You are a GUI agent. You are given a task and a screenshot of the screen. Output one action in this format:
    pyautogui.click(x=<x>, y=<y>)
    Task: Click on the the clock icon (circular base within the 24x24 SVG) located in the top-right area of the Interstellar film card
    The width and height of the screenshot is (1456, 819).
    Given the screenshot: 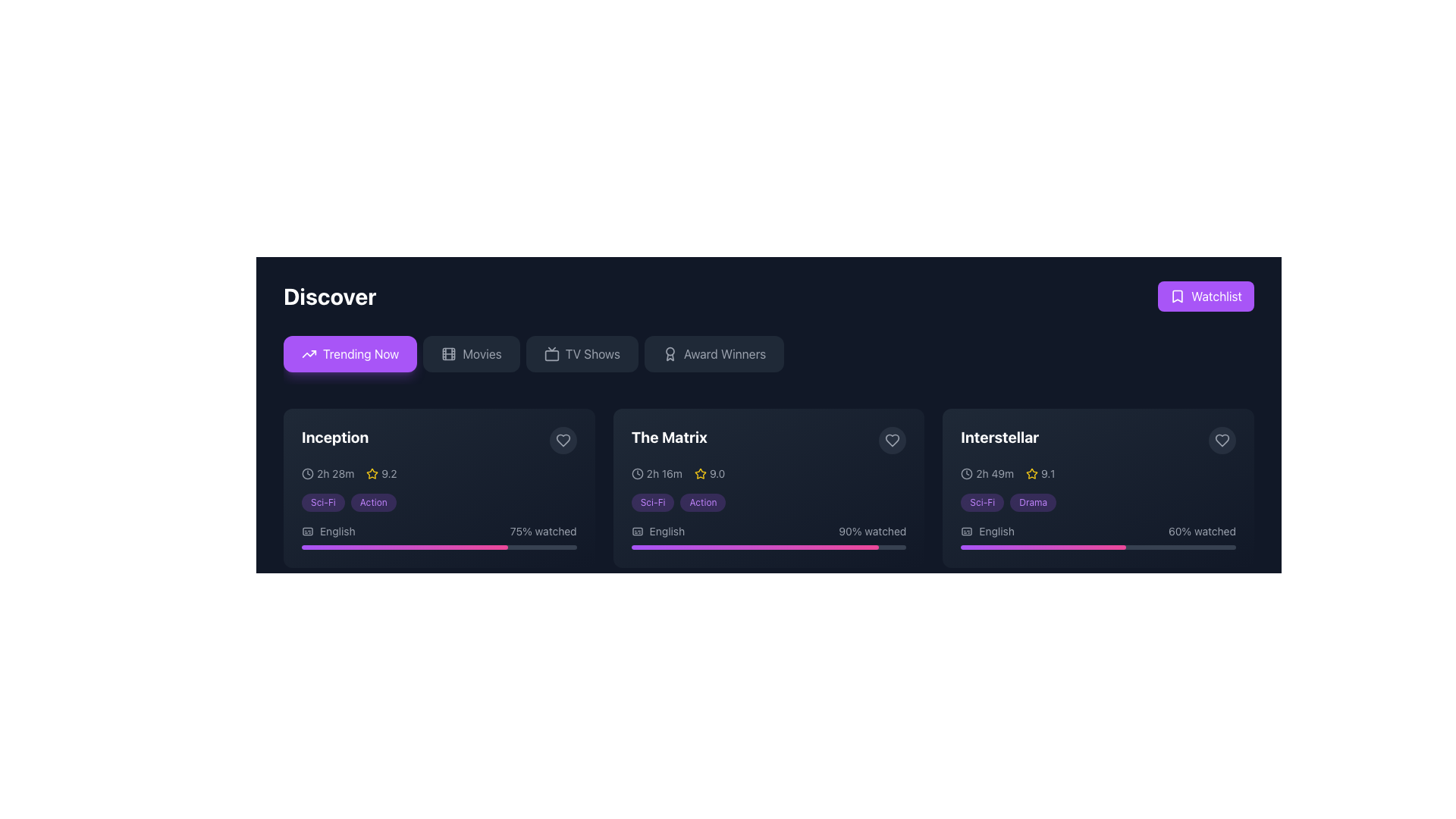 What is the action you would take?
    pyautogui.click(x=966, y=472)
    